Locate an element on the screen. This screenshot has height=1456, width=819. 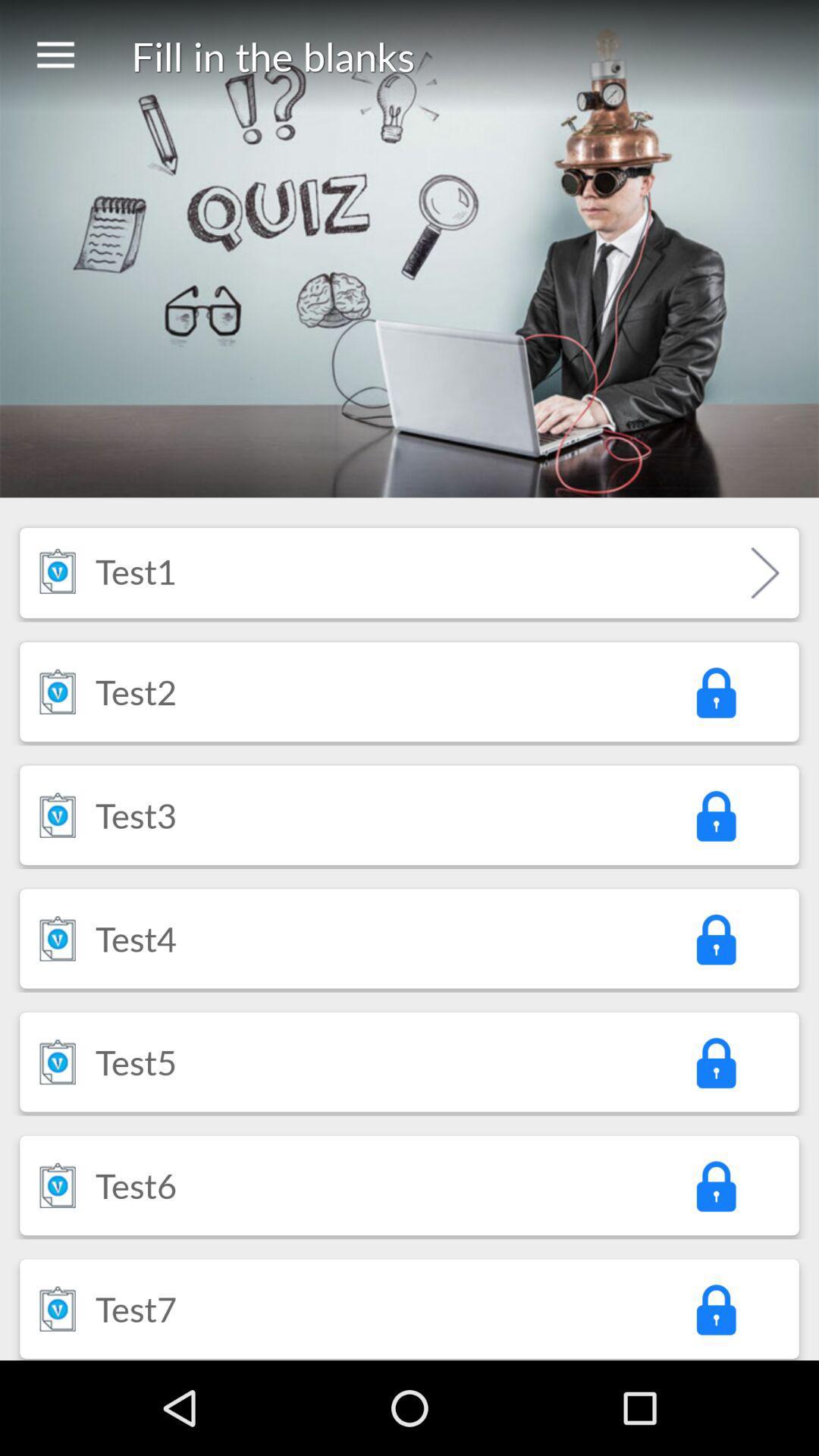
the item next to the test3 item is located at coordinates (57, 814).